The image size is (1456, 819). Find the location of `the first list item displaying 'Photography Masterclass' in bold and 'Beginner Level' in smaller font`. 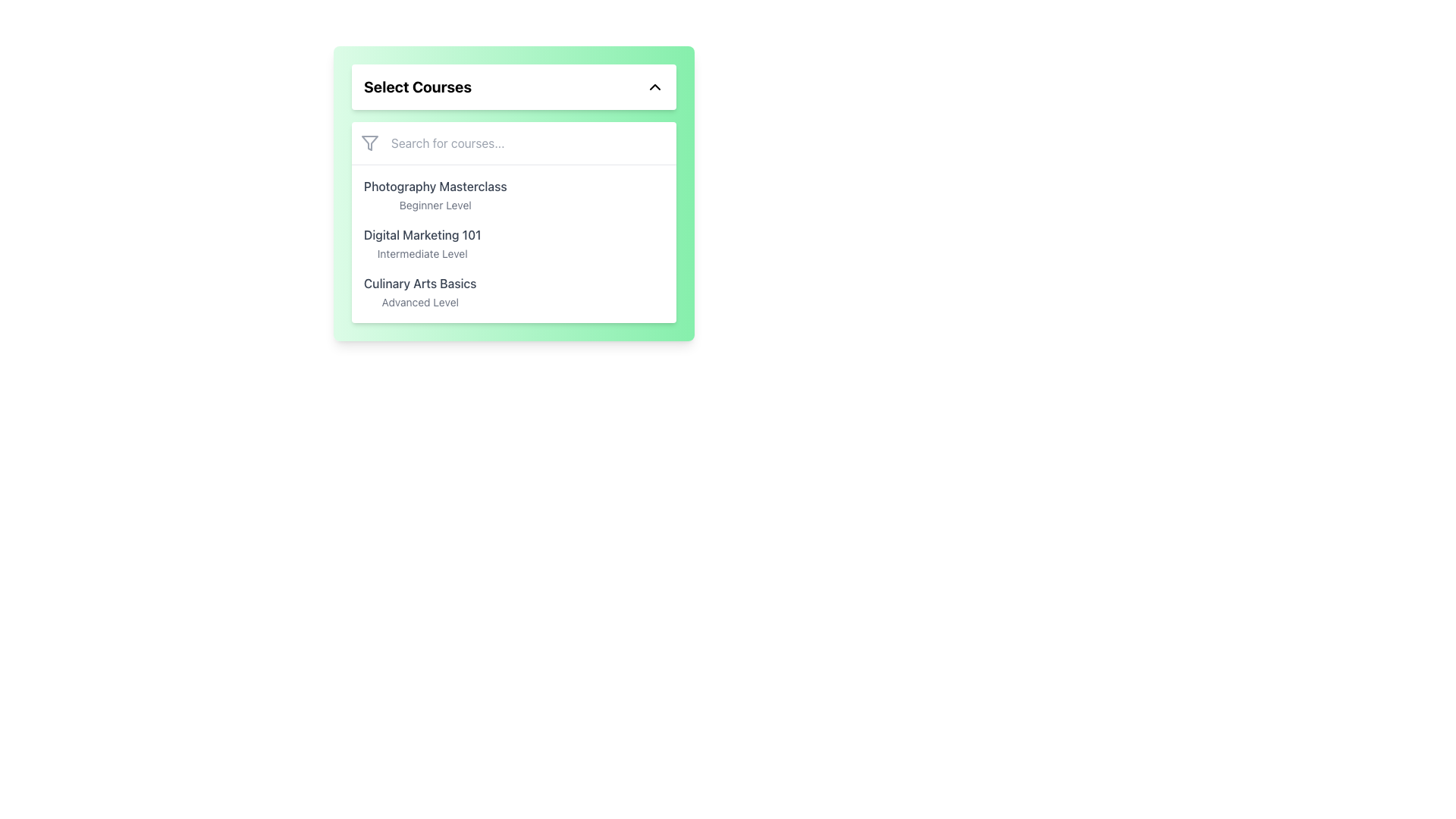

the first list item displaying 'Photography Masterclass' in bold and 'Beginner Level' in smaller font is located at coordinates (513, 195).